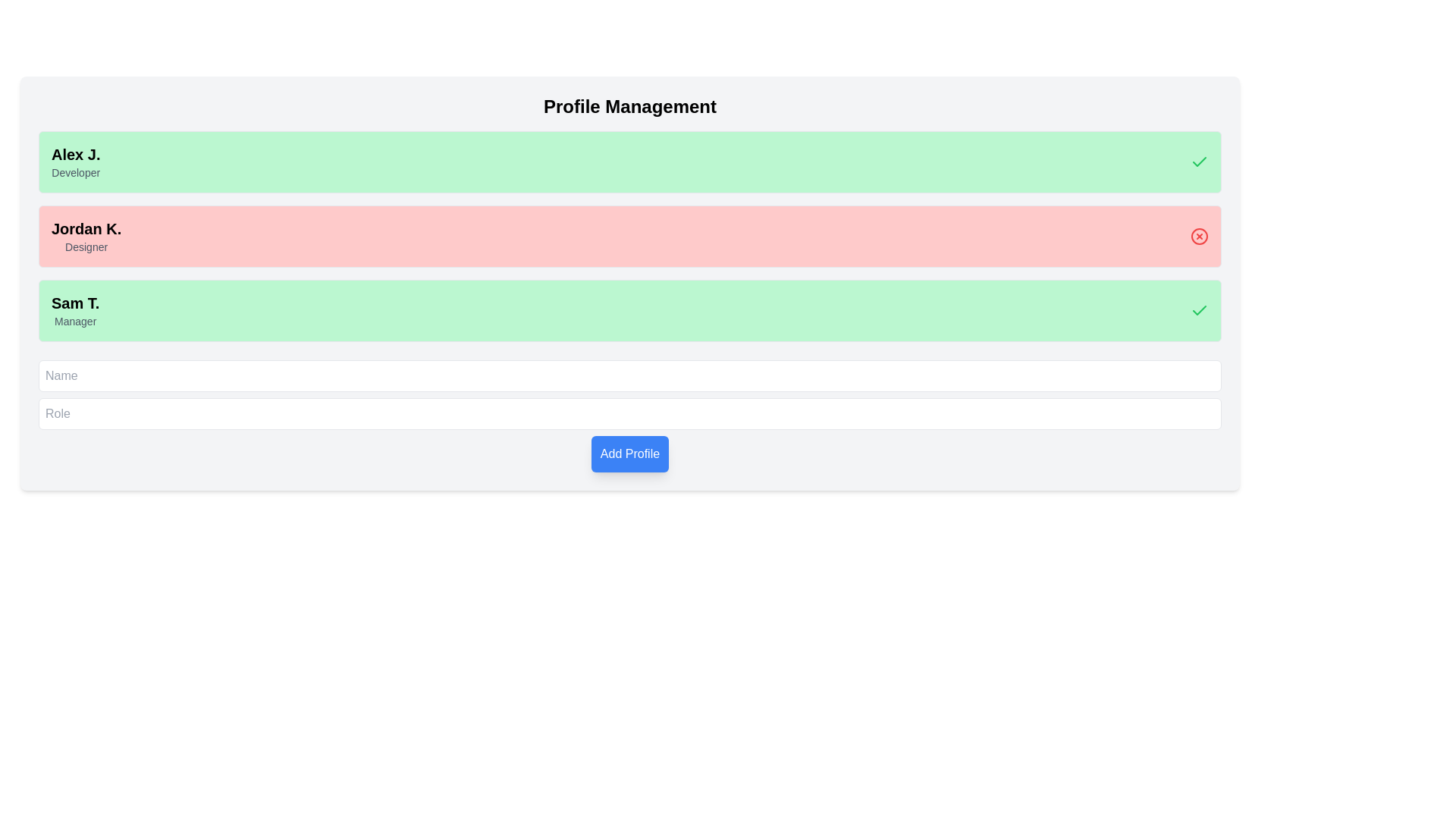 The height and width of the screenshot is (819, 1456). I want to click on the red circular button with a white 'X' icon, so click(1196, 237).